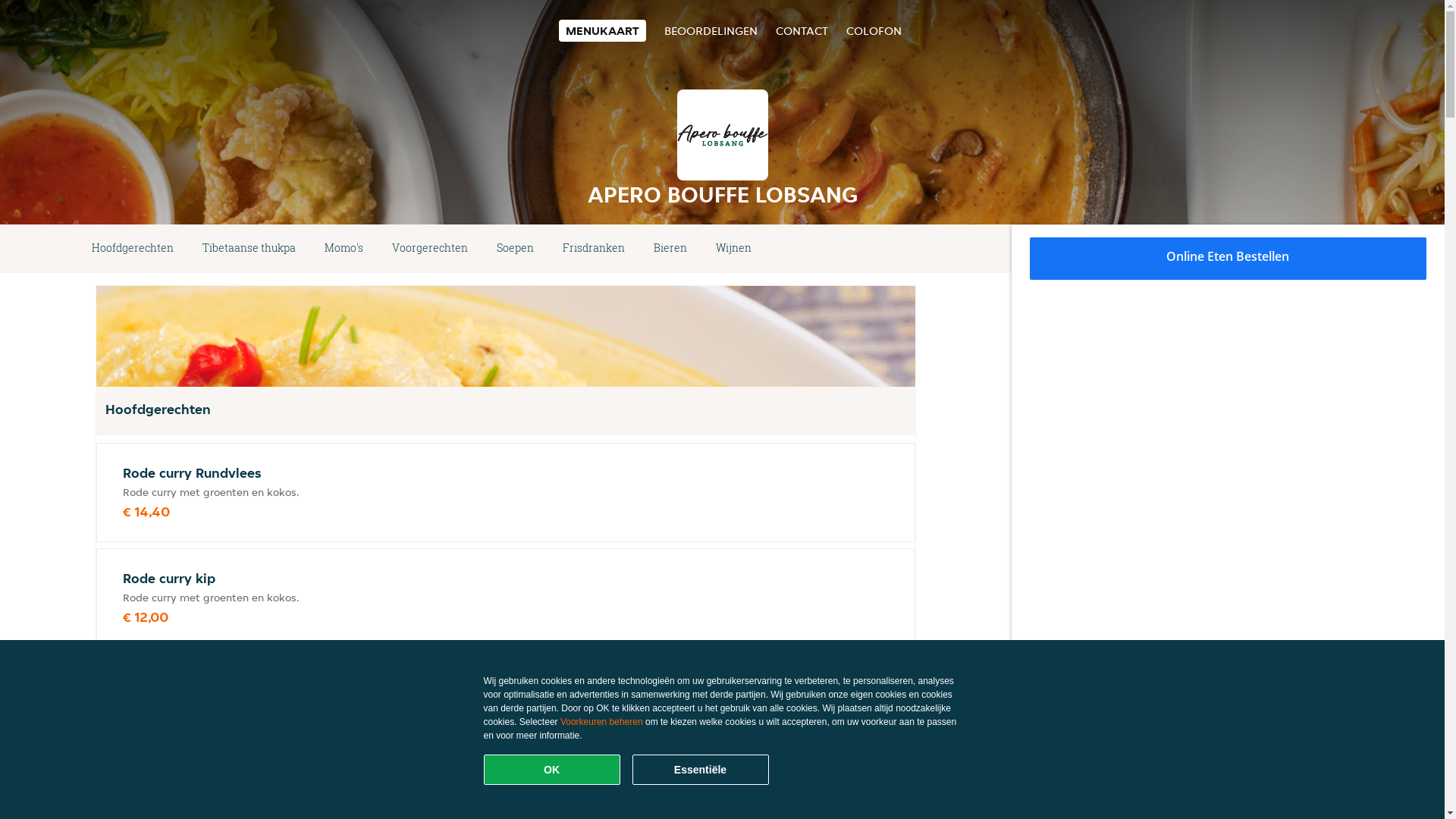 The width and height of the screenshot is (1456, 819). I want to click on 'Bieren', so click(669, 247).